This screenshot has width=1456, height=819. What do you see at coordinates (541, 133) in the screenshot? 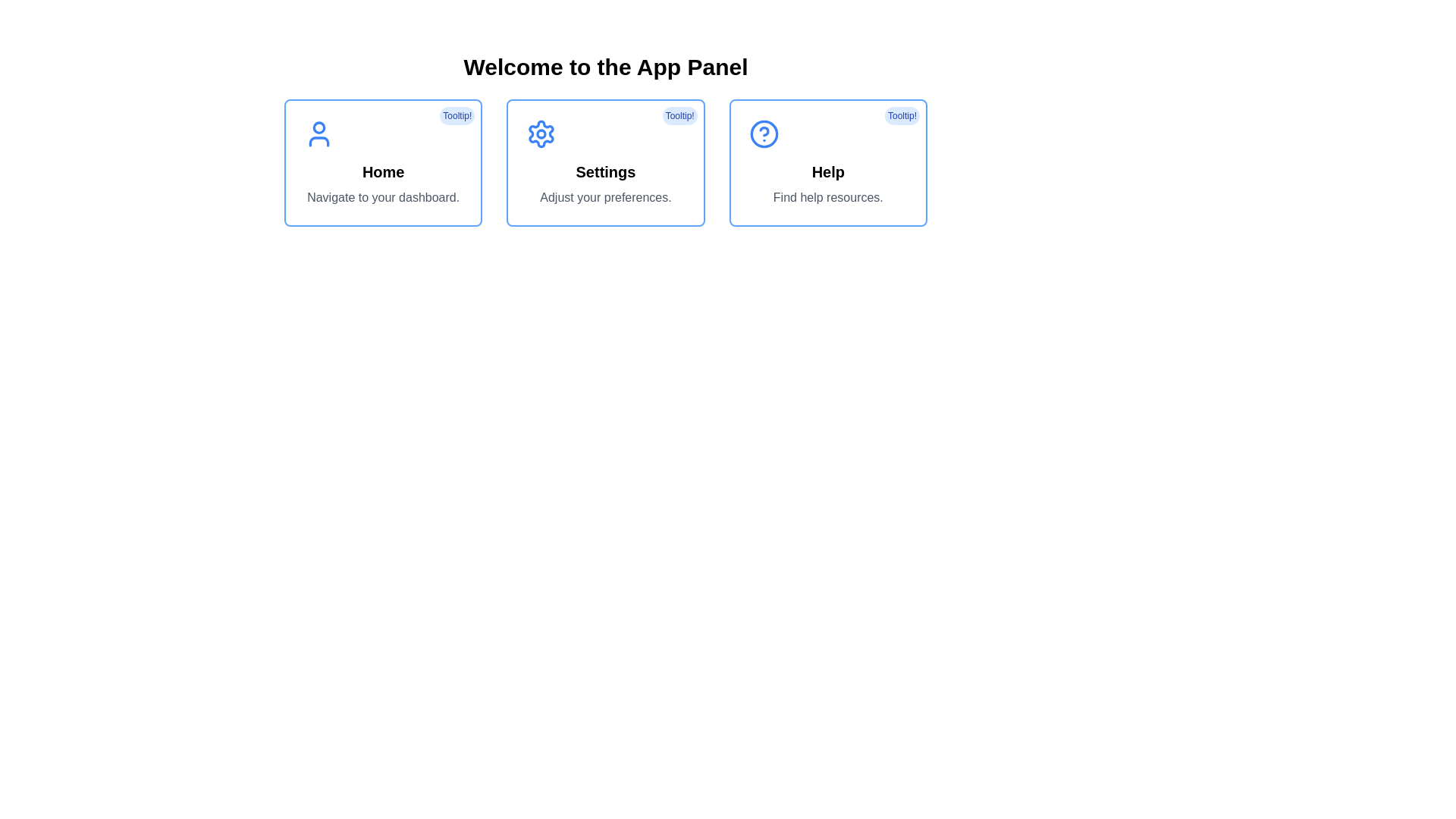
I see `the settings icon located at the center of the 'Settings' card` at bounding box center [541, 133].